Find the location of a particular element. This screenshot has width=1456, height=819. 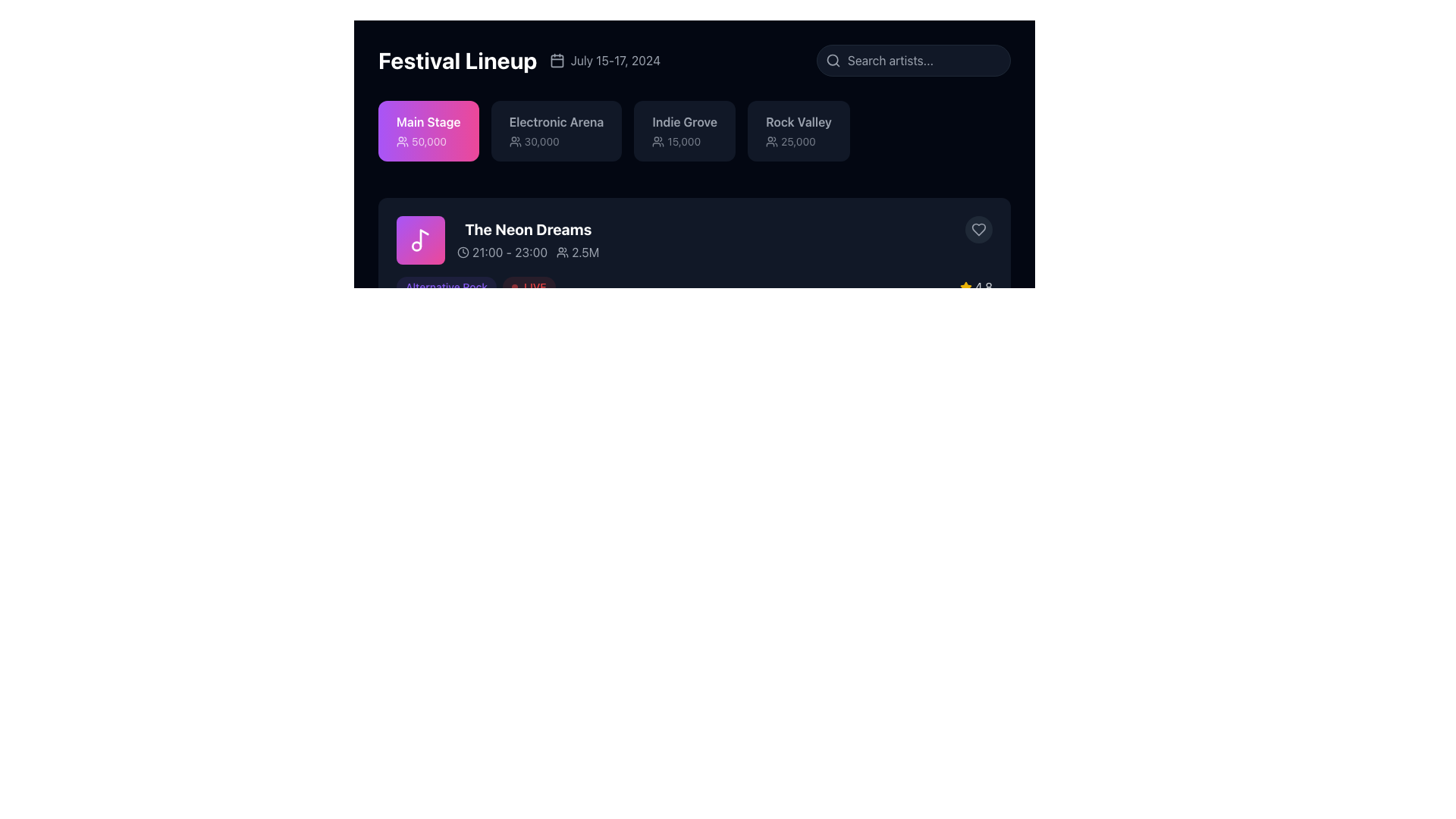

the user group icon, which is a minimalistic graphical icon resembling stylized human shapes, located to the left of the text '15,000' is located at coordinates (658, 141).